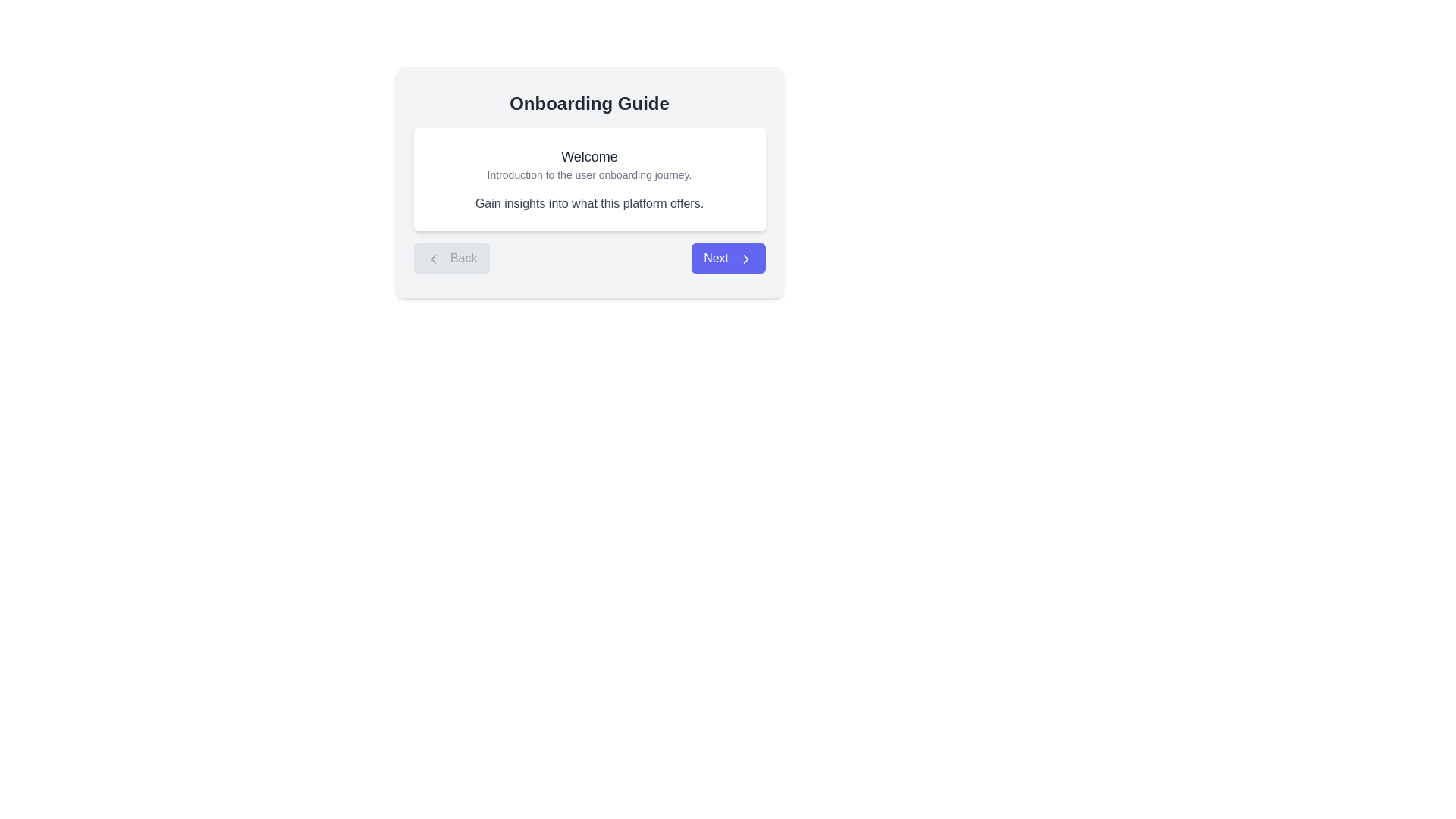 The width and height of the screenshot is (1456, 819). Describe the element at coordinates (588, 203) in the screenshot. I see `the static text label that provides additional details about the platform, located below the subtitle 'Introduction to the user onboarding journey.'` at that location.